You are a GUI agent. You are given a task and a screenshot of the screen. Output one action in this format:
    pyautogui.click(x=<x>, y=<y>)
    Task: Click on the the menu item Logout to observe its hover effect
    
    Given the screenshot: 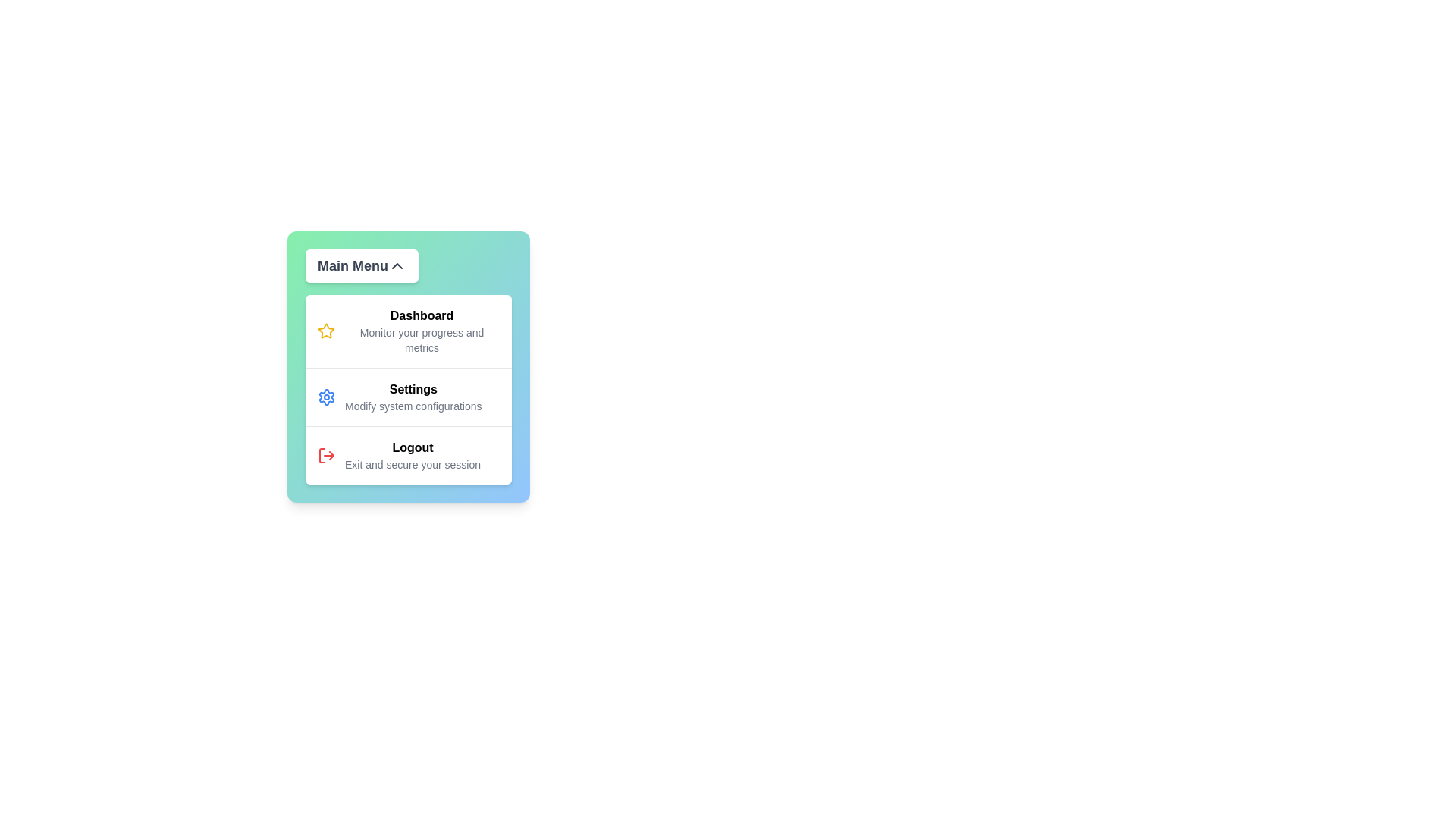 What is the action you would take?
    pyautogui.click(x=408, y=454)
    